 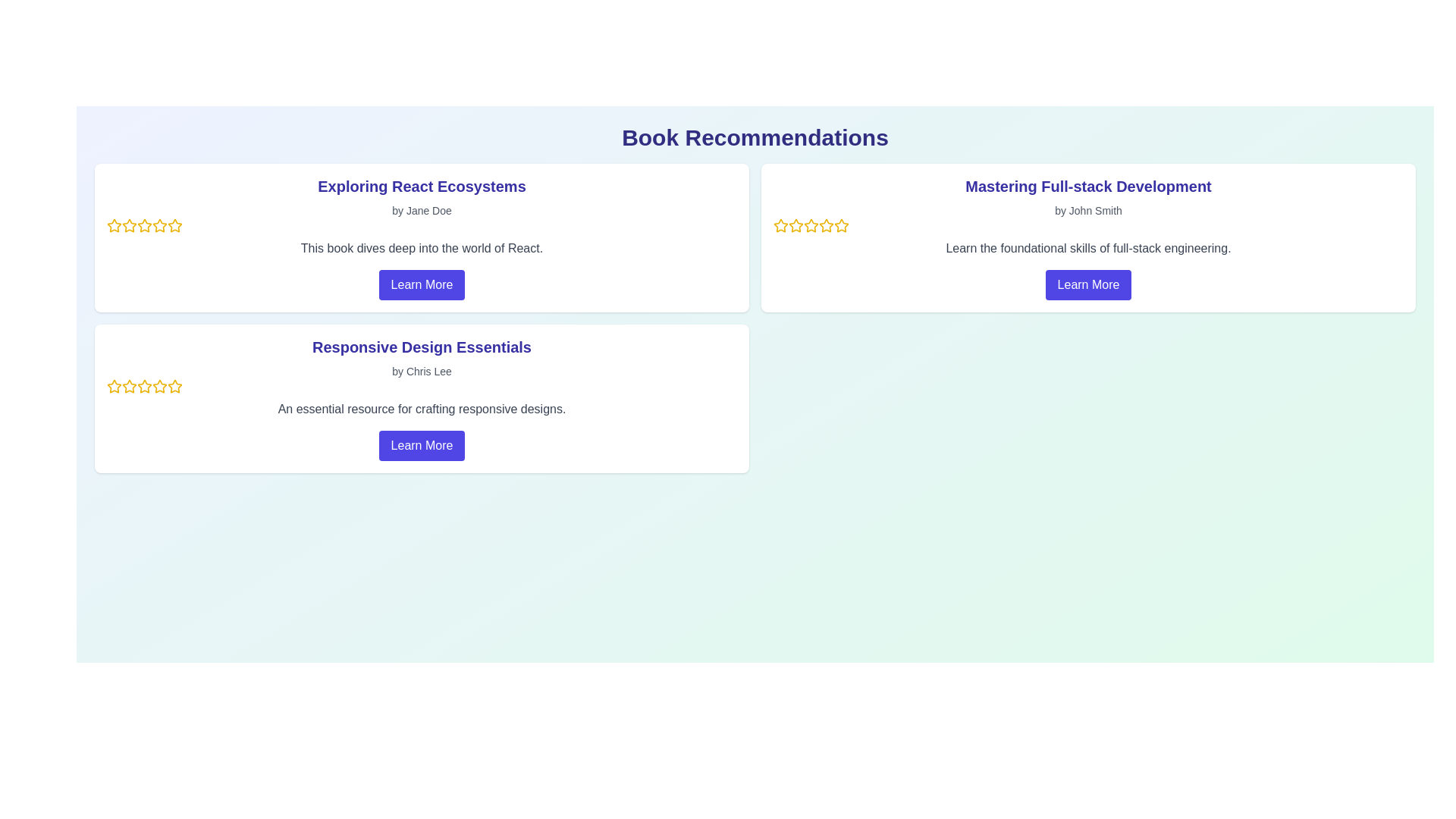 What do you see at coordinates (755, 137) in the screenshot?
I see `the Header text element that displays 'Book Recommendations' in bold, extra-large dark indigo text at the top of the page` at bounding box center [755, 137].